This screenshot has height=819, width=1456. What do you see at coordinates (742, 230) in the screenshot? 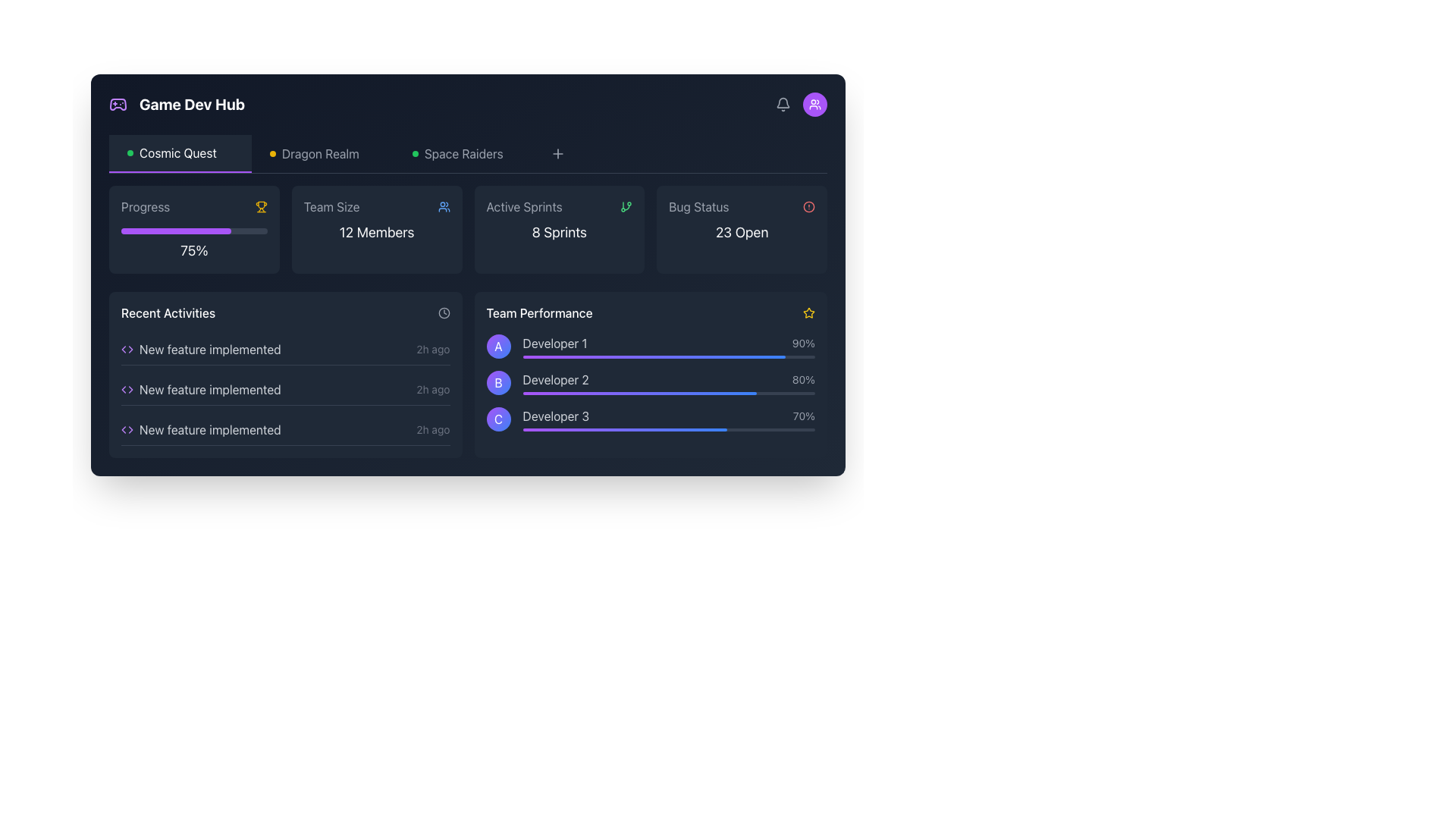
I see `the Information Card titled 'Bug Status' with a dark gray background, which displays '23 Open' in white text and has a red alert icon` at bounding box center [742, 230].